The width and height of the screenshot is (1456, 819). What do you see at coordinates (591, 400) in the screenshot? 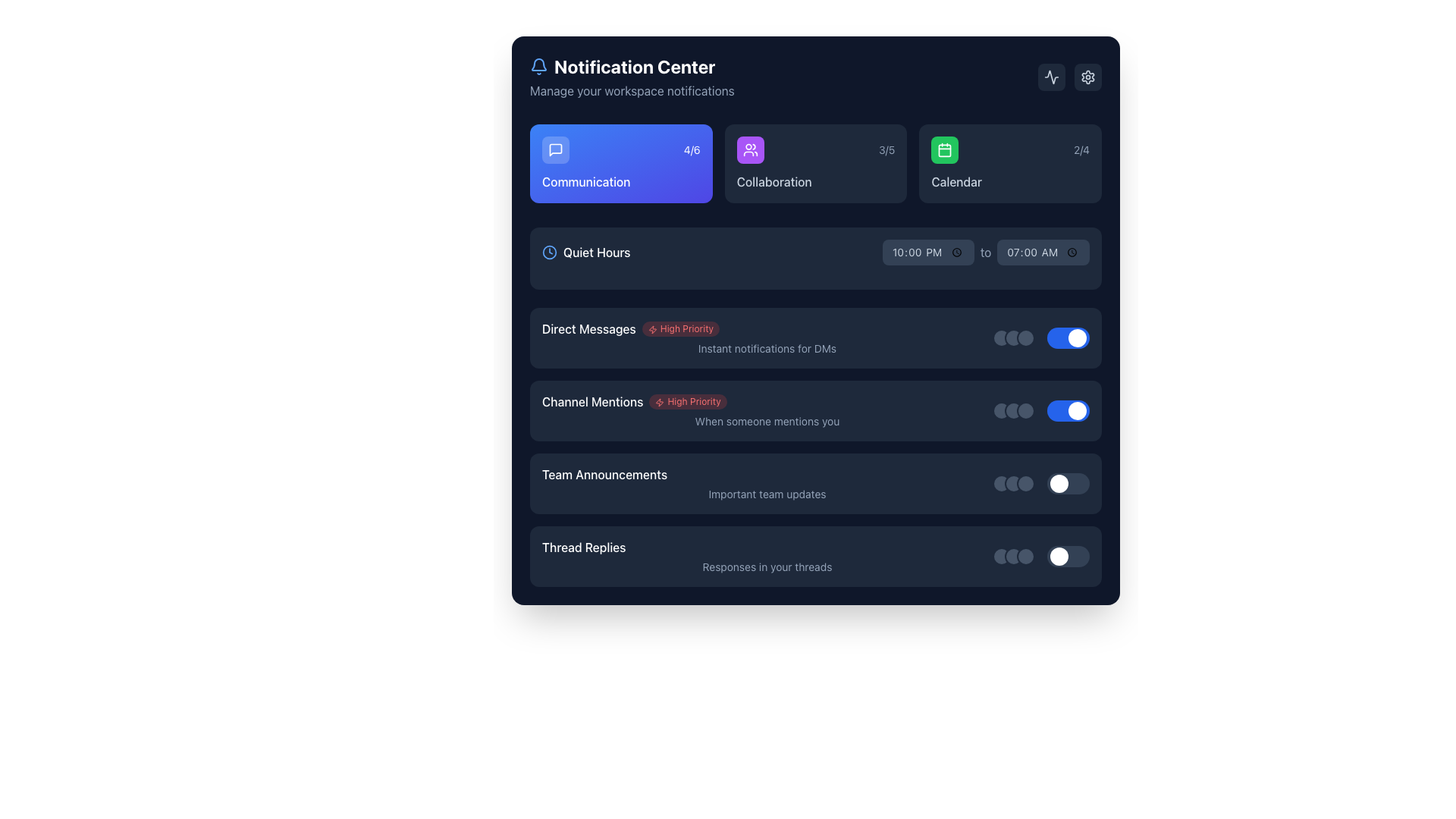
I see `the 'Channel Mentions' text label, which indicates the type of alerts for mentions in a channel, located in the notification settings section just below 'Direct Messages.'` at bounding box center [591, 400].